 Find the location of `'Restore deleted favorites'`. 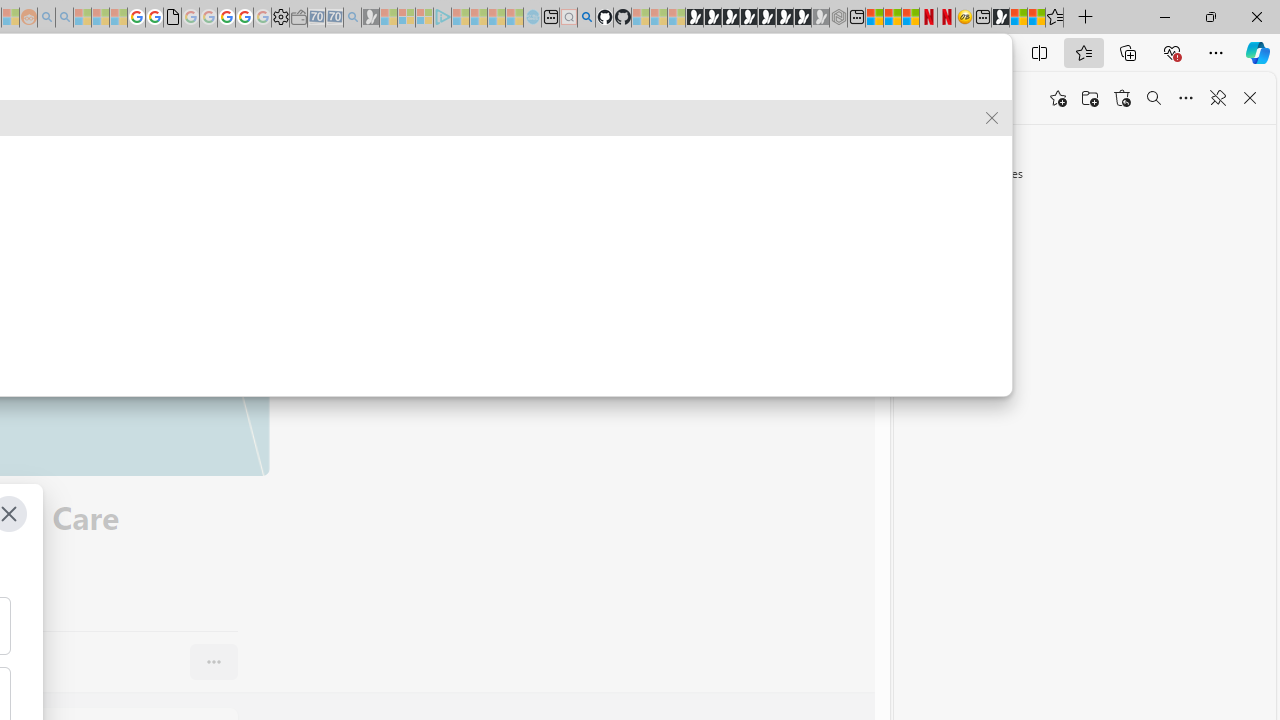

'Restore deleted favorites' is located at coordinates (1122, 98).